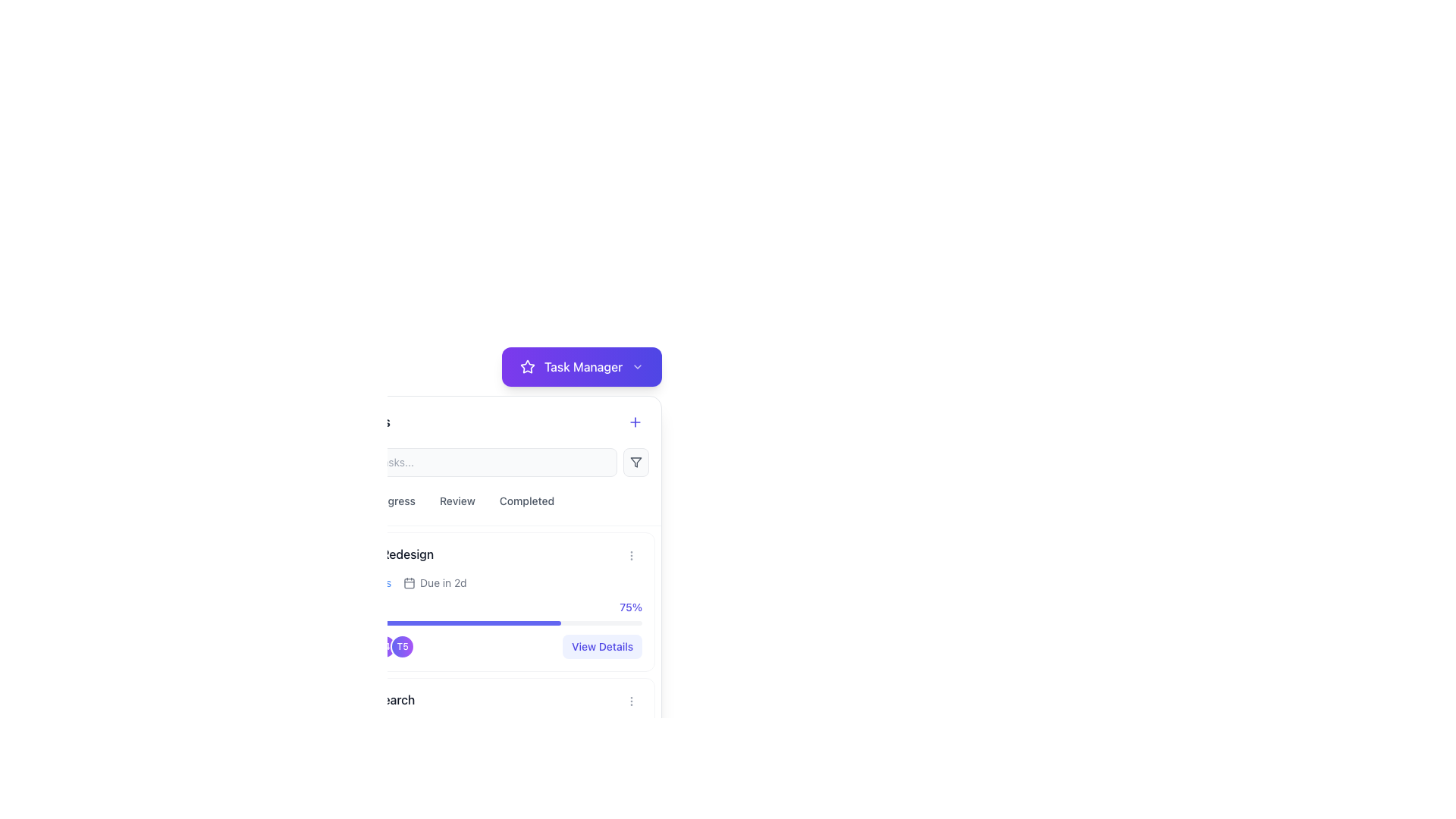  Describe the element at coordinates (527, 500) in the screenshot. I see `the 'Completed' button, which is the fourth button in a row of four buttons located centrally under the label 'All'` at that location.